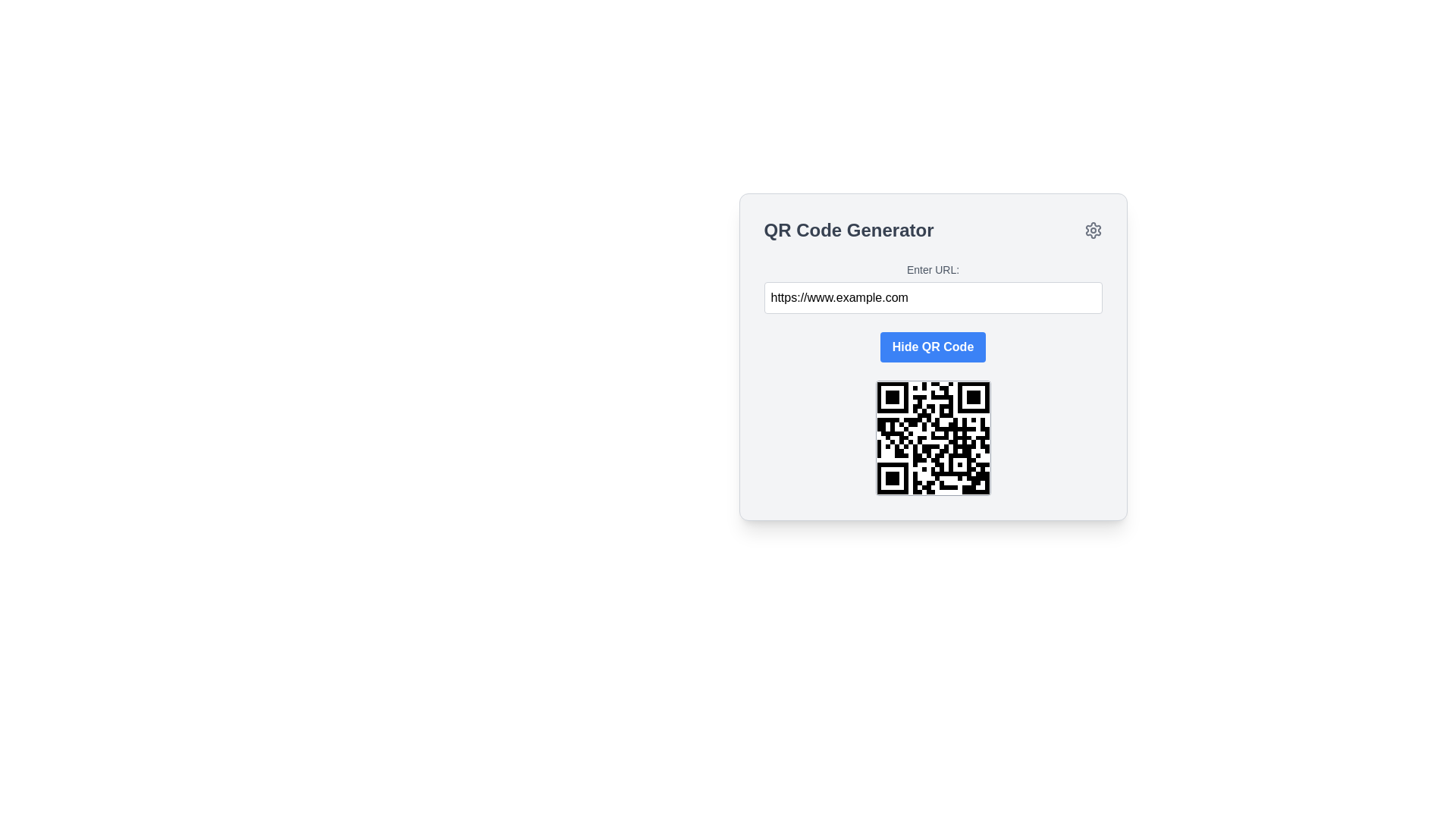 The width and height of the screenshot is (1456, 819). I want to click on the settings icon located in the upper right corner of the window, so click(1093, 231).